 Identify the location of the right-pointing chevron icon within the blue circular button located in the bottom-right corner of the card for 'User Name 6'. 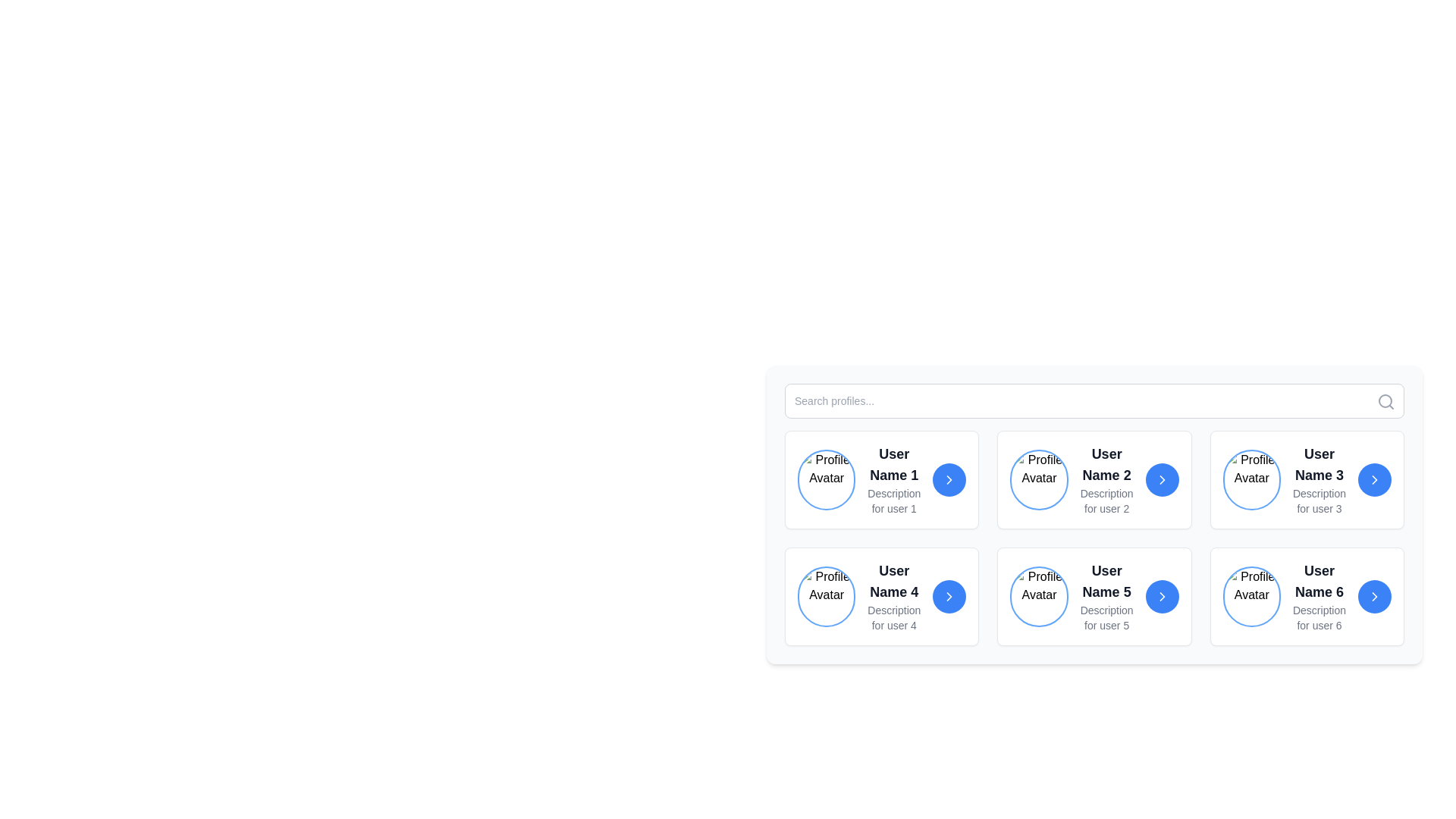
(1375, 595).